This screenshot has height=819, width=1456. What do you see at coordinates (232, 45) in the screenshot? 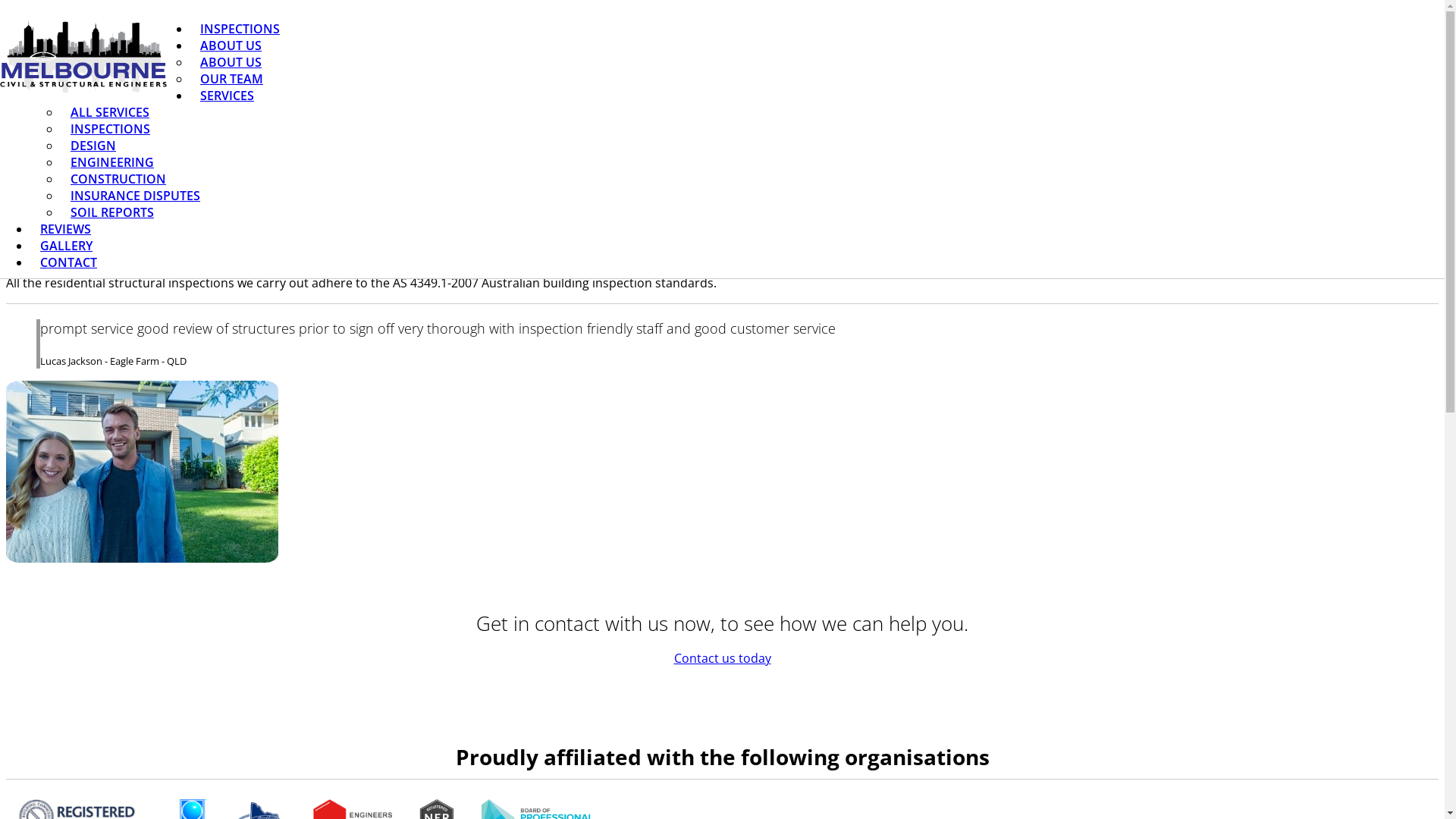
I see `'ABOUT US'` at bounding box center [232, 45].